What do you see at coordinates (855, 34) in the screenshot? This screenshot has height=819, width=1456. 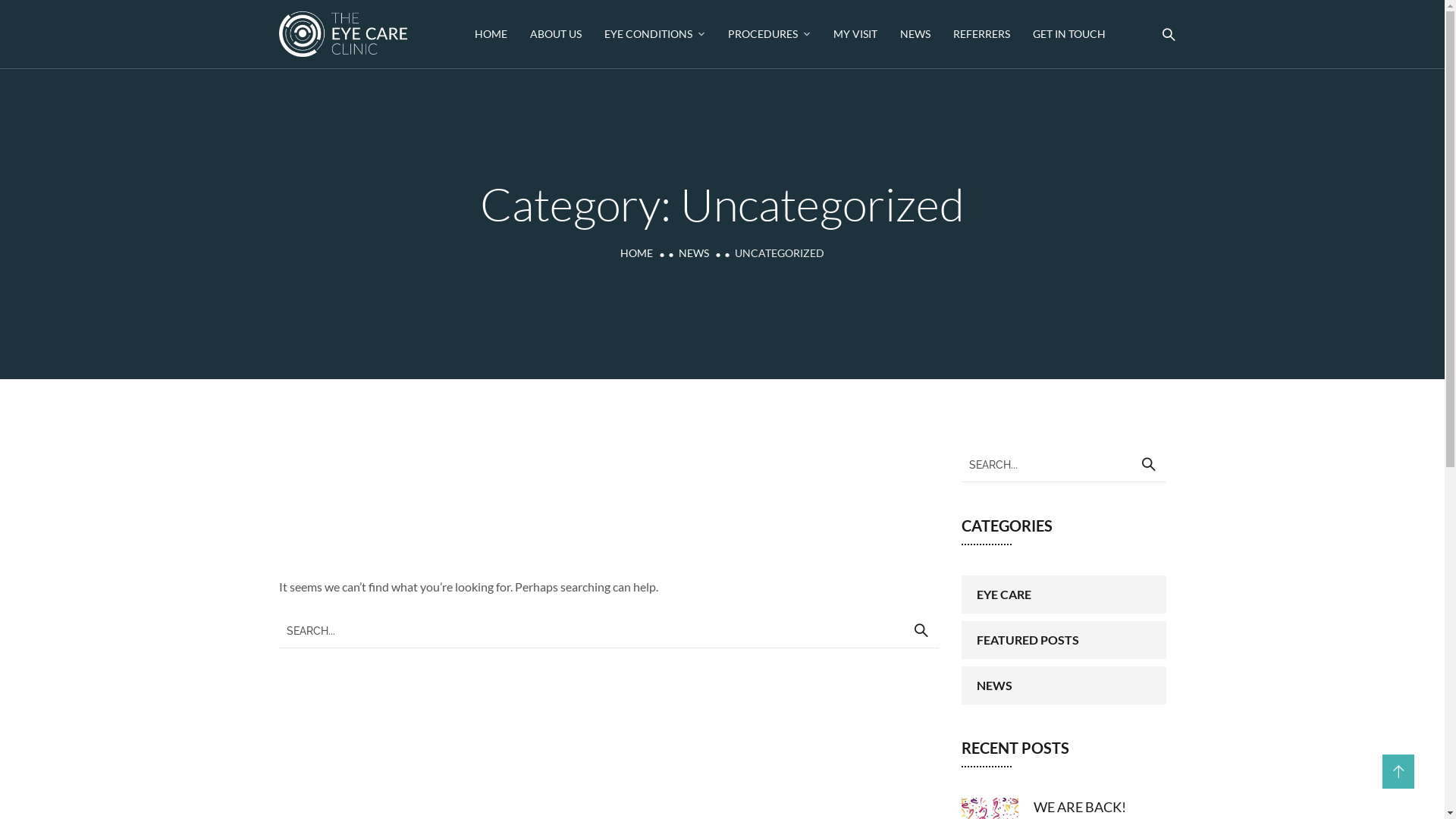 I see `'MY VISIT'` at bounding box center [855, 34].